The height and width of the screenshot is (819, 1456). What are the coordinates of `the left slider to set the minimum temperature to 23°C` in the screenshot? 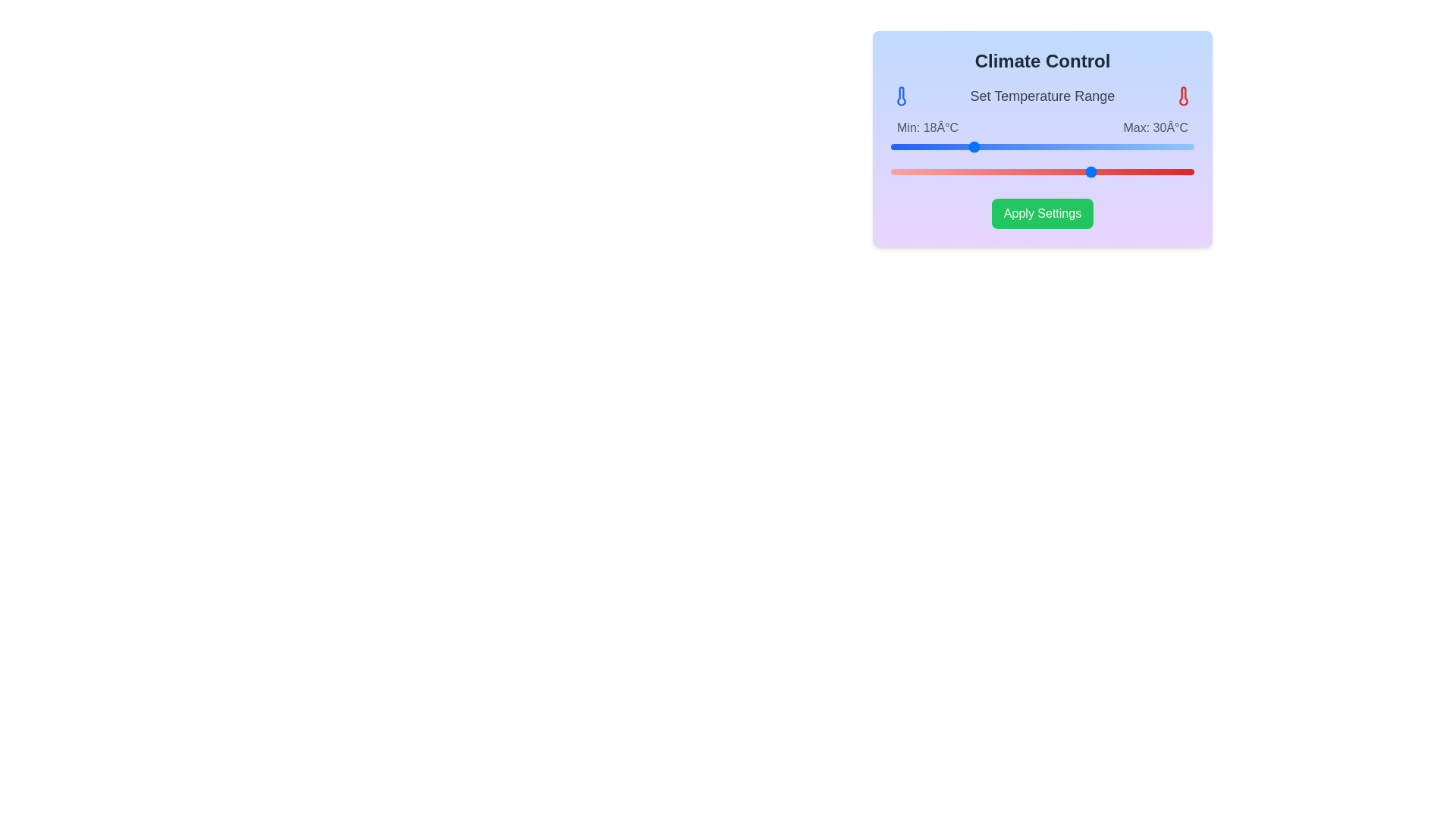 It's located at (1022, 146).